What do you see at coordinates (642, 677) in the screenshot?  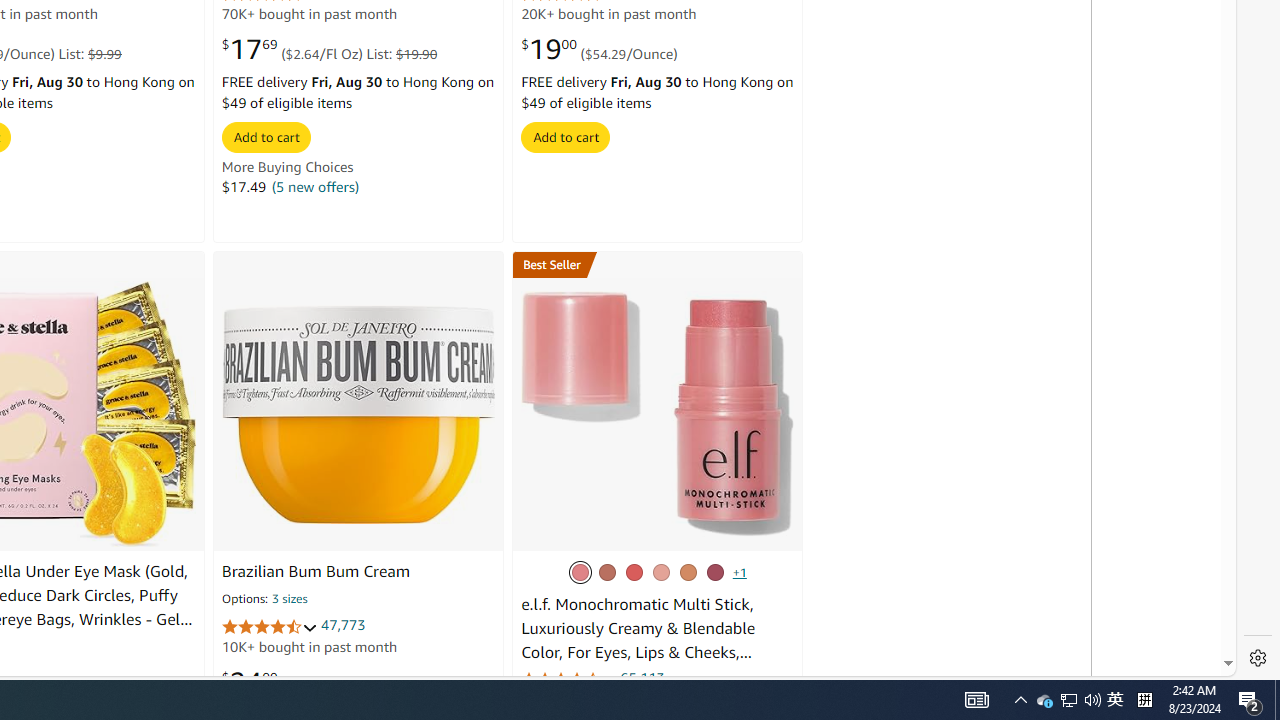 I see `'65,113'` at bounding box center [642, 677].